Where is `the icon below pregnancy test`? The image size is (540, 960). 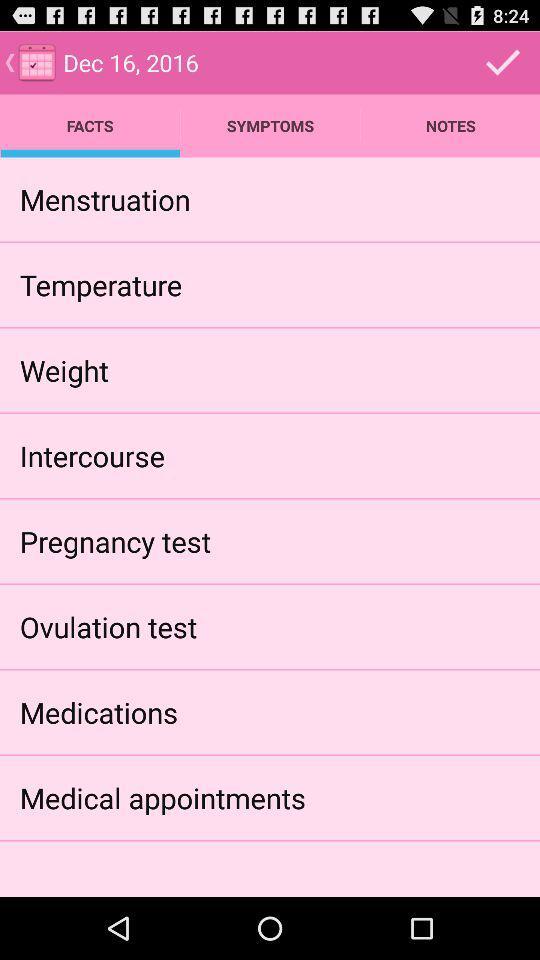 the icon below pregnancy test is located at coordinates (108, 625).